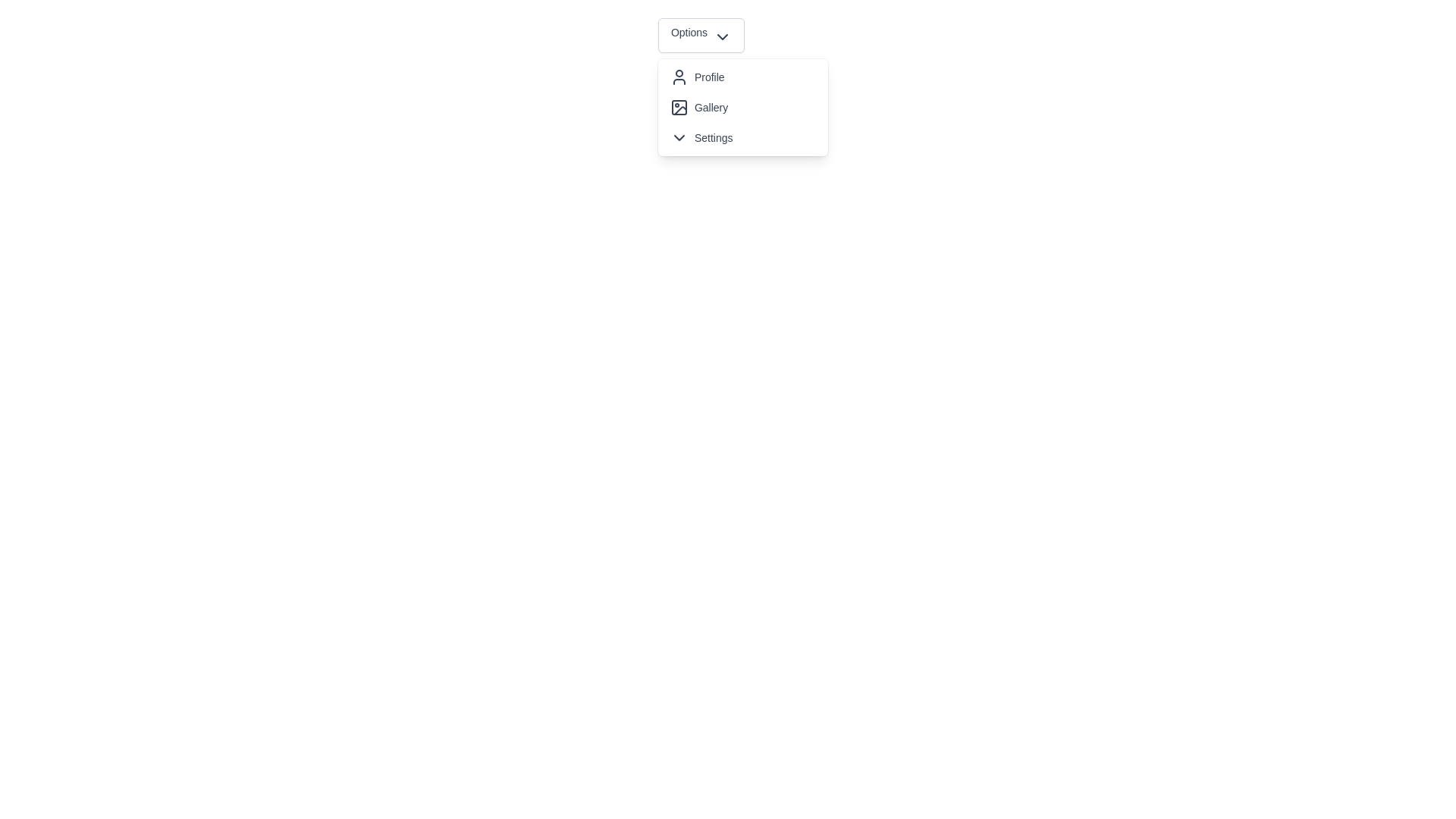 This screenshot has width=1456, height=819. What do you see at coordinates (742, 137) in the screenshot?
I see `the 'Settings' menu item in the dropdown menu` at bounding box center [742, 137].